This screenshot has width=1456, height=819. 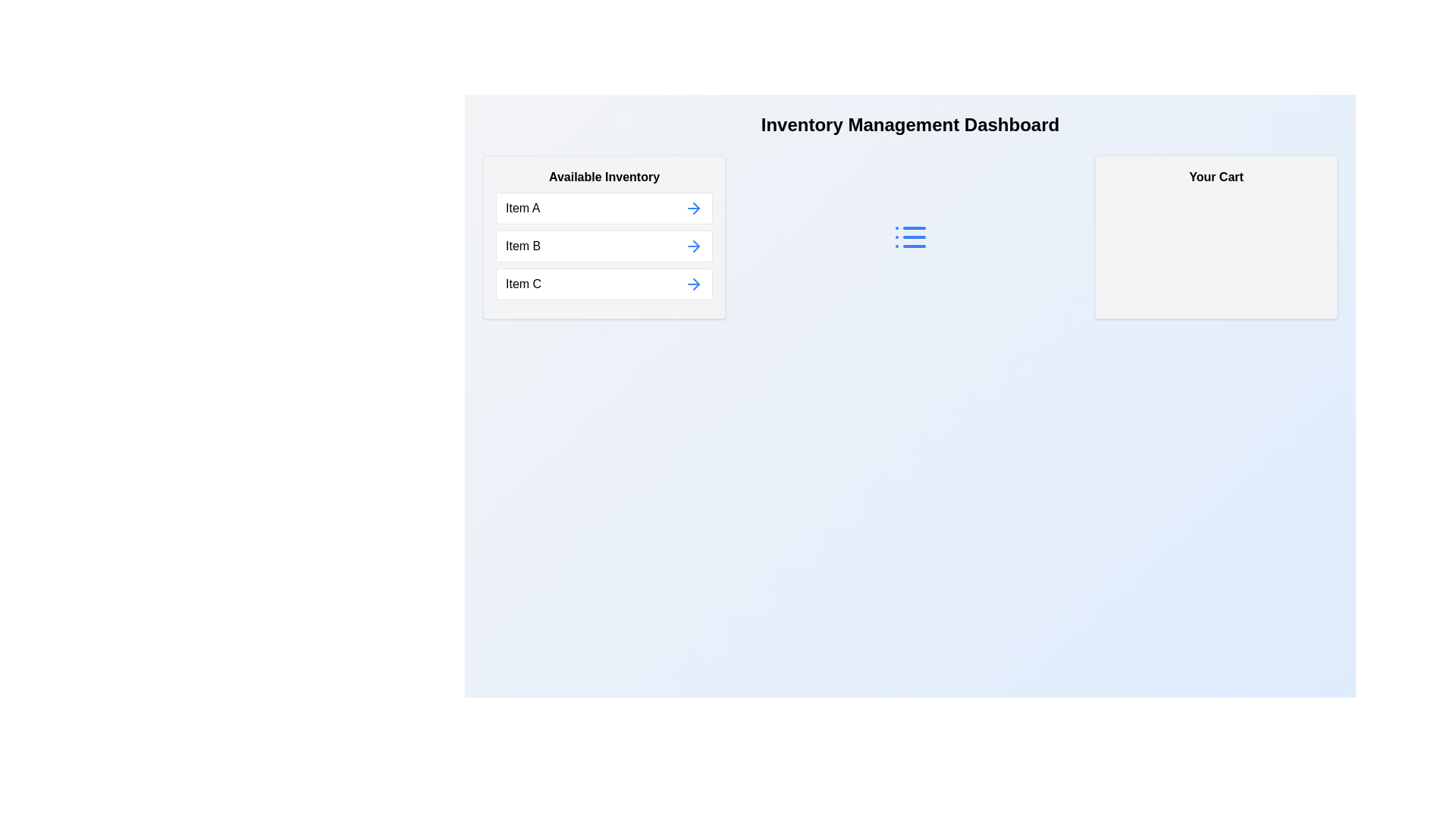 I want to click on the arrow button next to Item C in 'Available Inventory' to move it to 'Your Cart', so click(x=693, y=284).